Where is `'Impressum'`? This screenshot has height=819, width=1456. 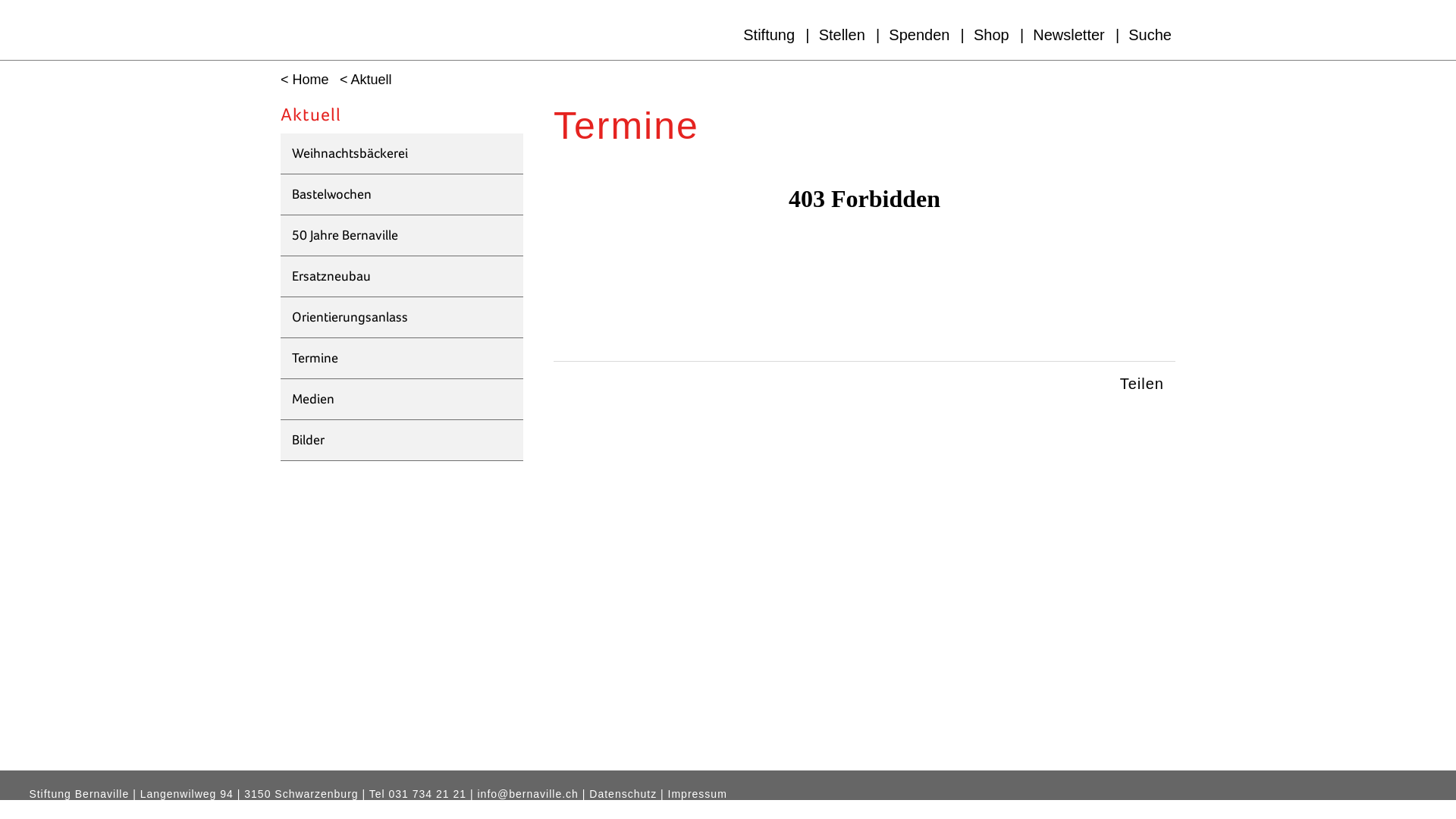
'Impressum' is located at coordinates (697, 793).